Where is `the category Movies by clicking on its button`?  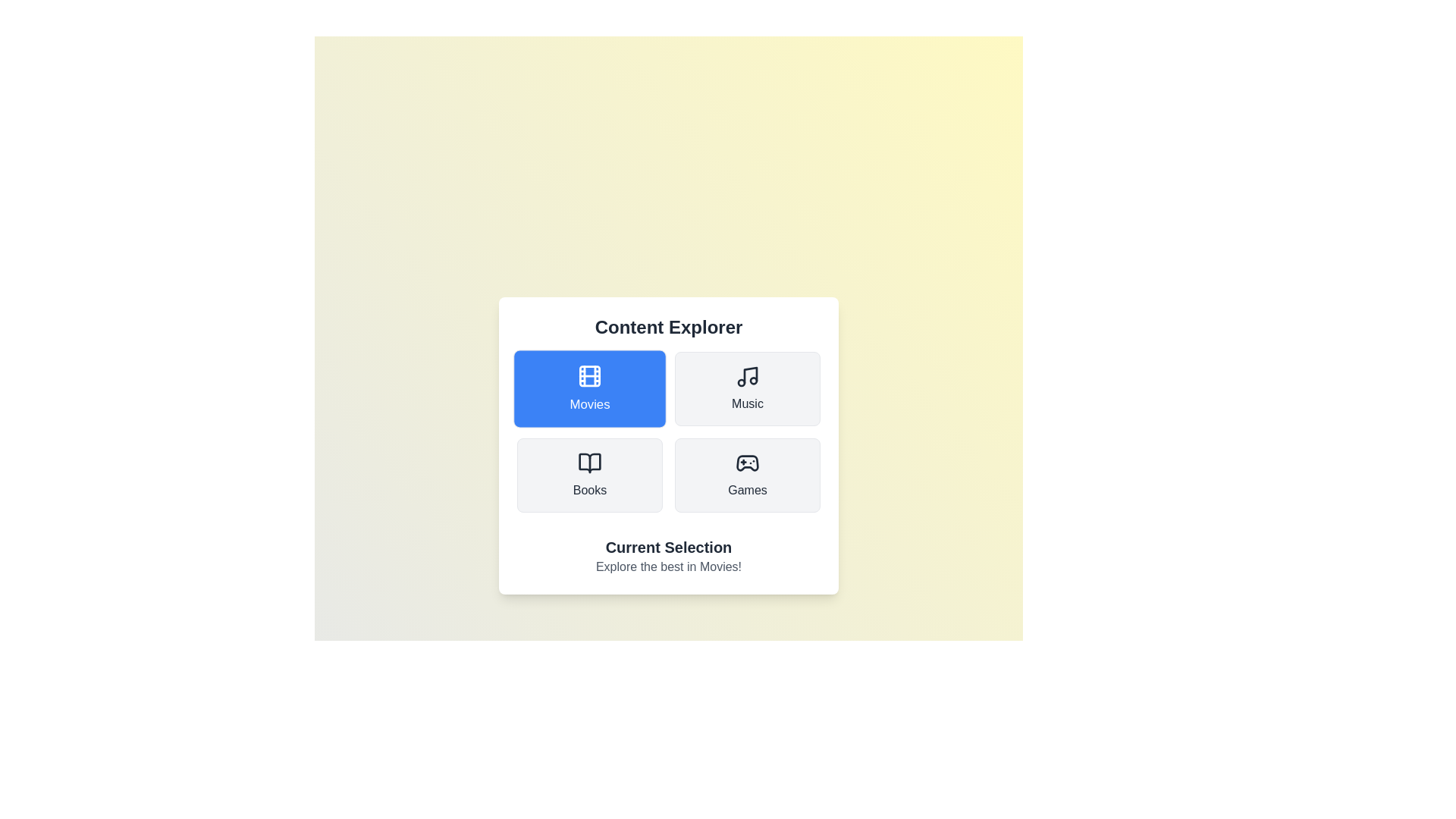
the category Movies by clicking on its button is located at coordinates (588, 388).